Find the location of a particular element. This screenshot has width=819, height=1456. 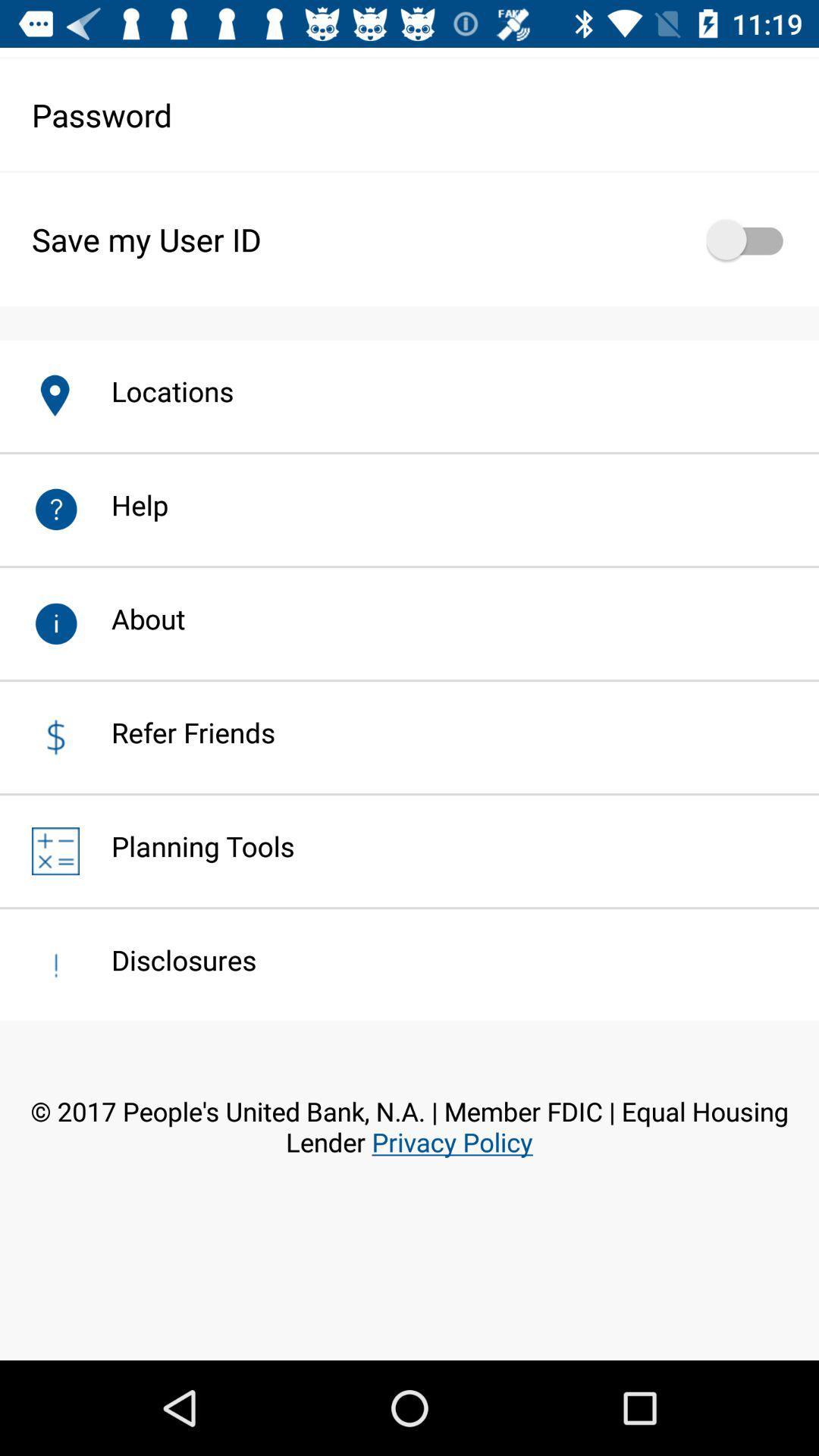

locations item is located at coordinates (156, 391).